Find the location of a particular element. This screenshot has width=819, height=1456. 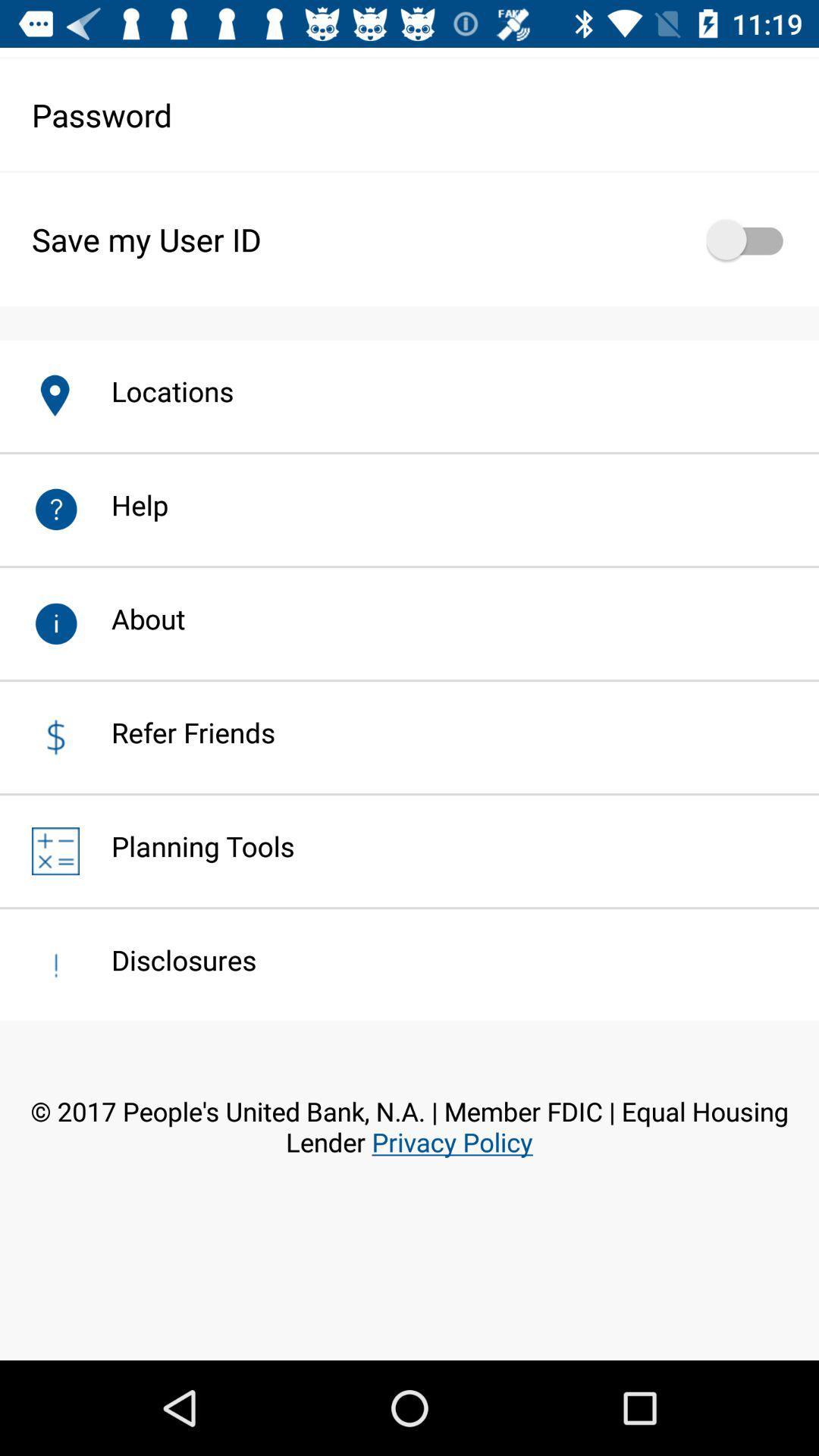

locations item is located at coordinates (156, 391).